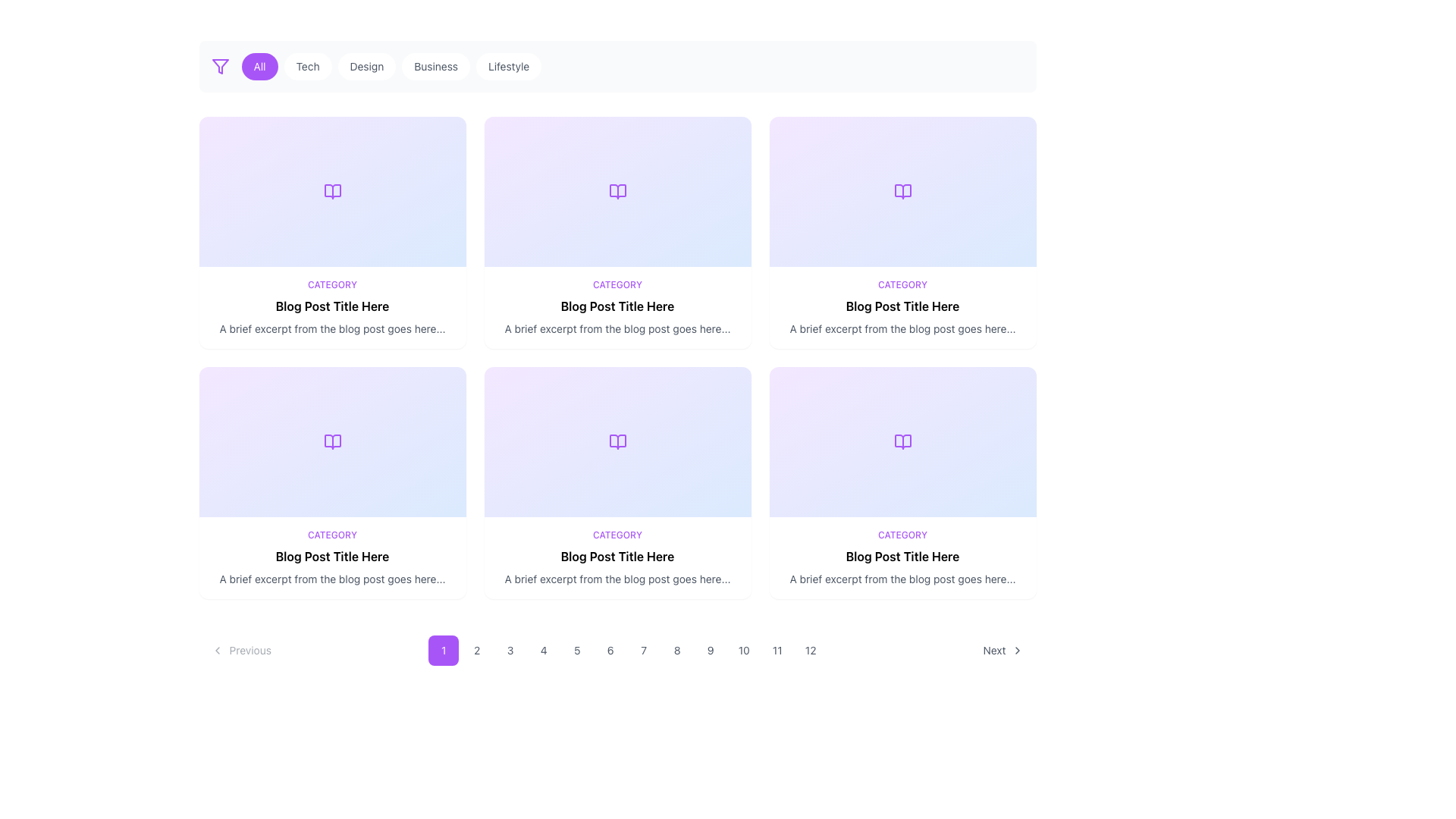  Describe the element at coordinates (627, 649) in the screenshot. I see `the seventh number in the numeric pagination component` at that location.